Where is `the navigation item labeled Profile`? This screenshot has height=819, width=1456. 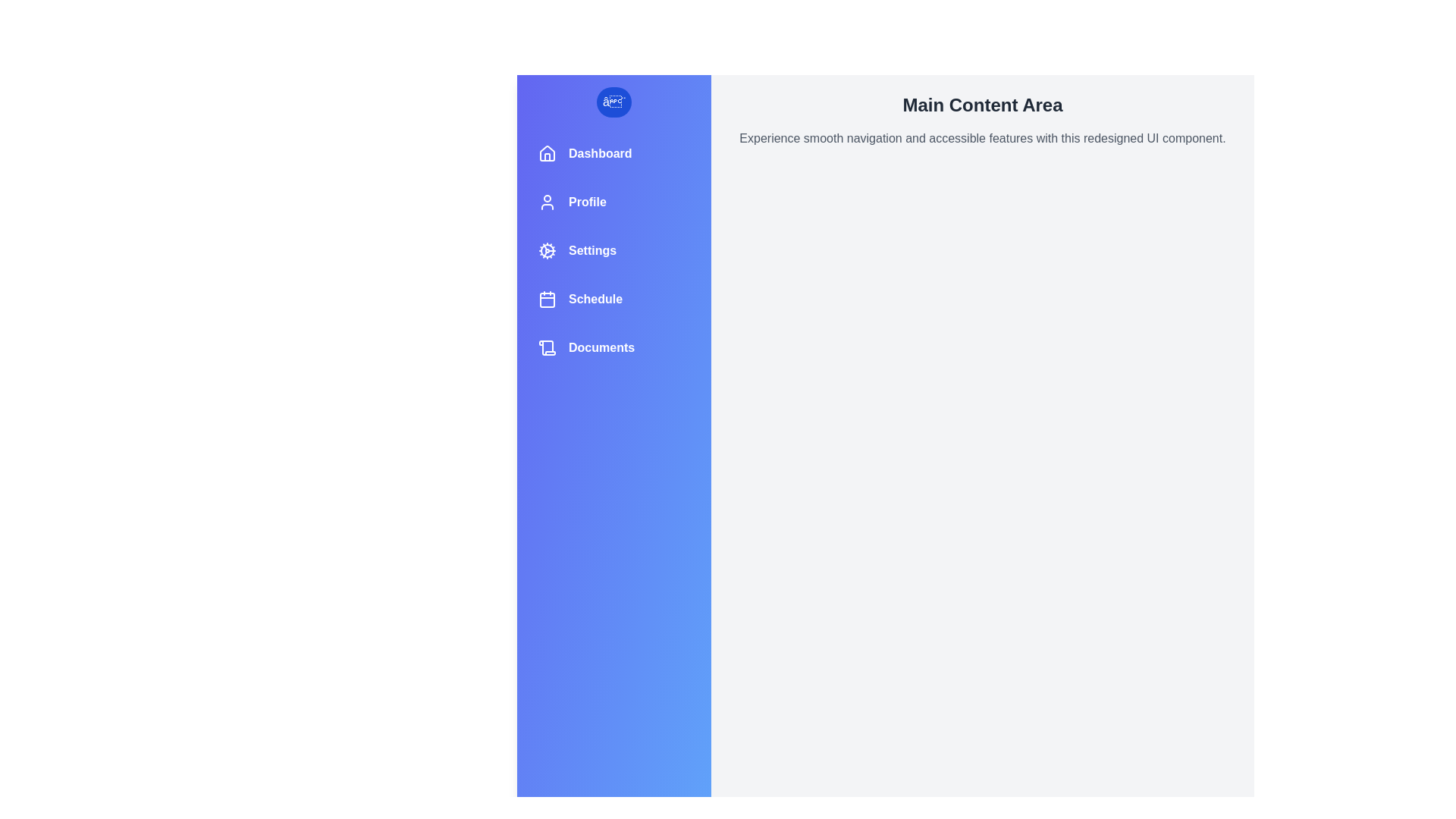
the navigation item labeled Profile is located at coordinates (614, 201).